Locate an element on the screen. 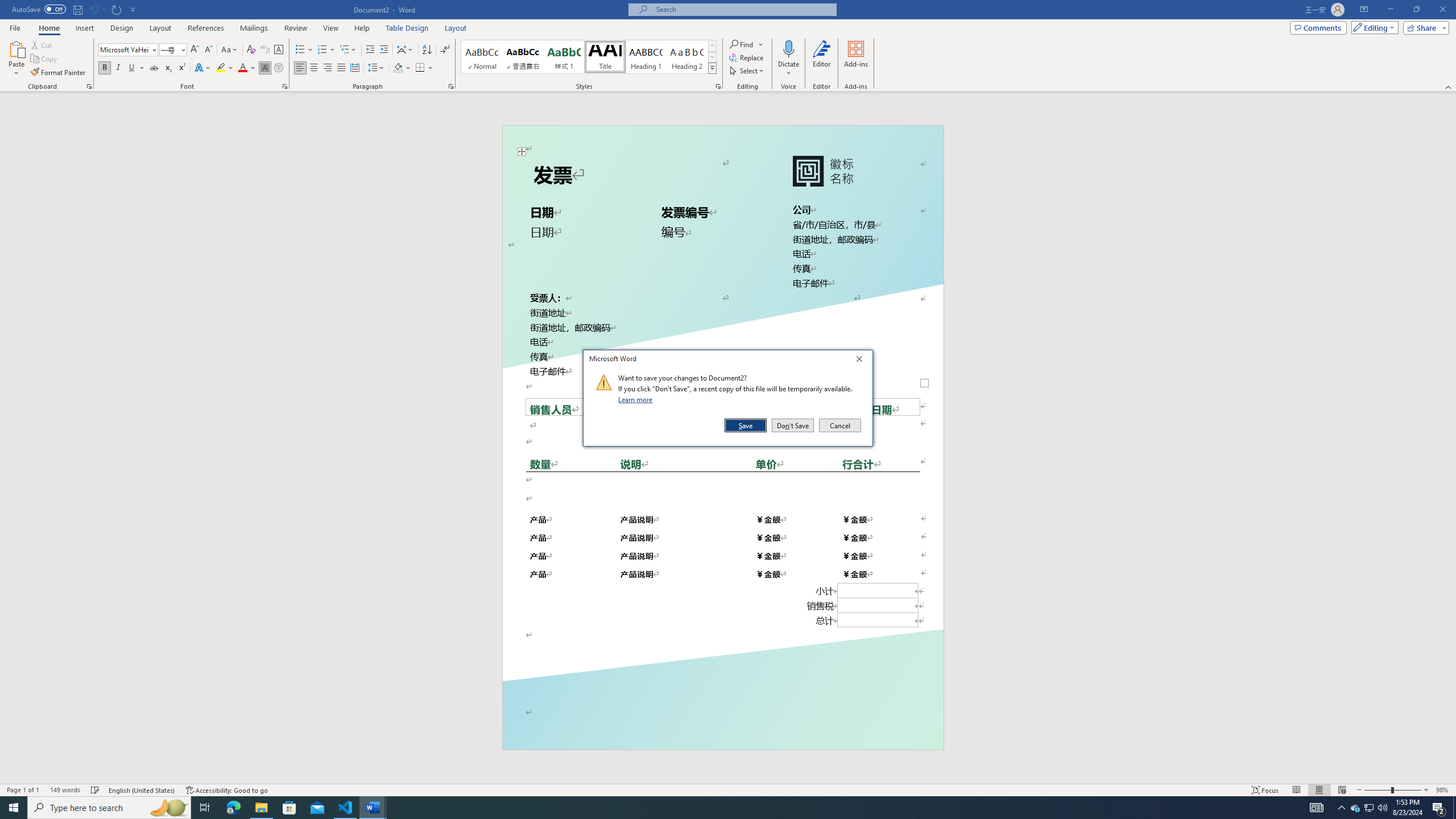  'Underline' is located at coordinates (131, 67).